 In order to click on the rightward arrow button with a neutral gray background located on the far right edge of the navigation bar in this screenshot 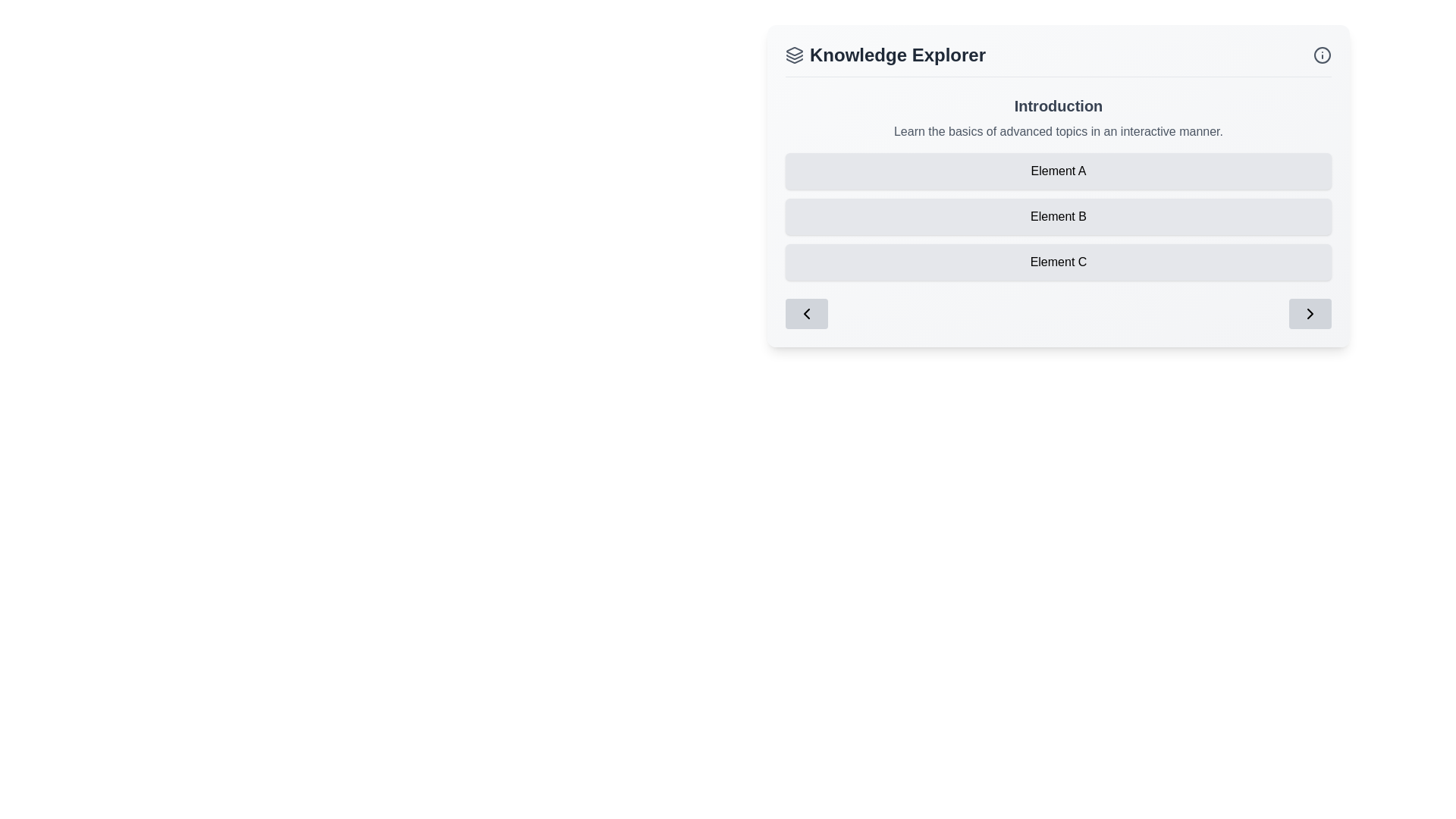, I will do `click(1310, 312)`.